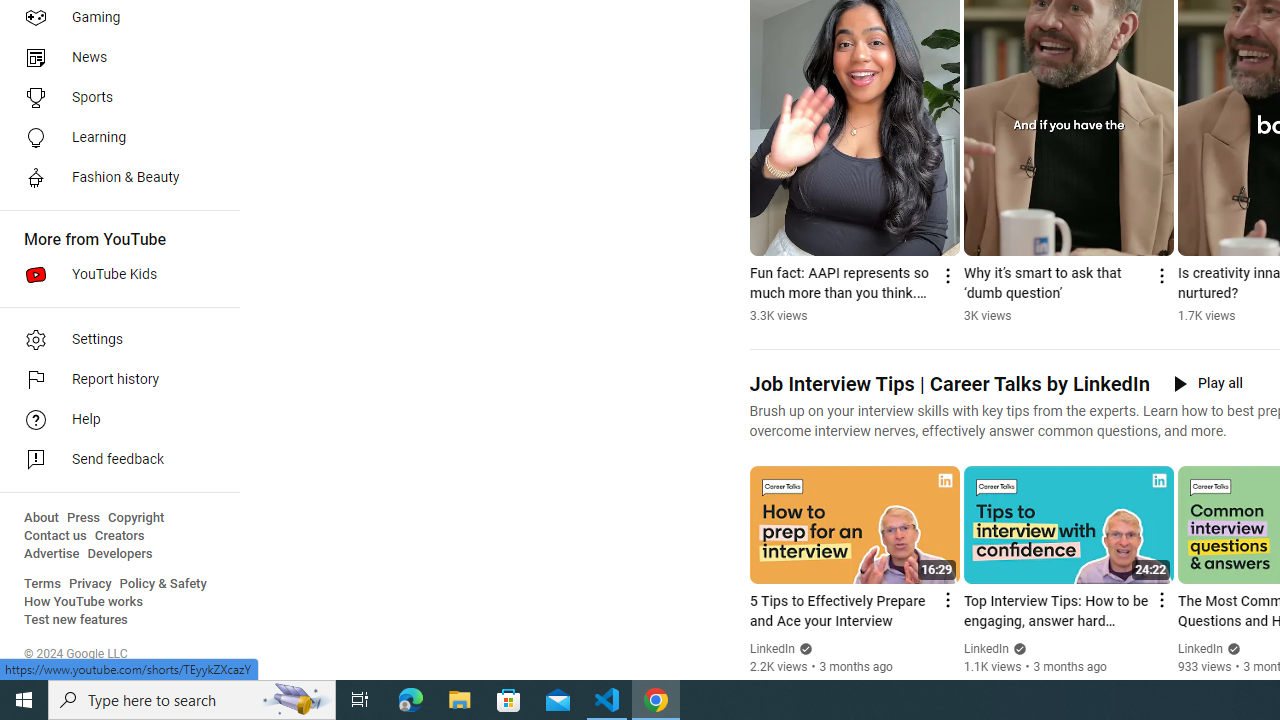 The image size is (1280, 720). I want to click on 'Fashion & Beauty', so click(112, 176).